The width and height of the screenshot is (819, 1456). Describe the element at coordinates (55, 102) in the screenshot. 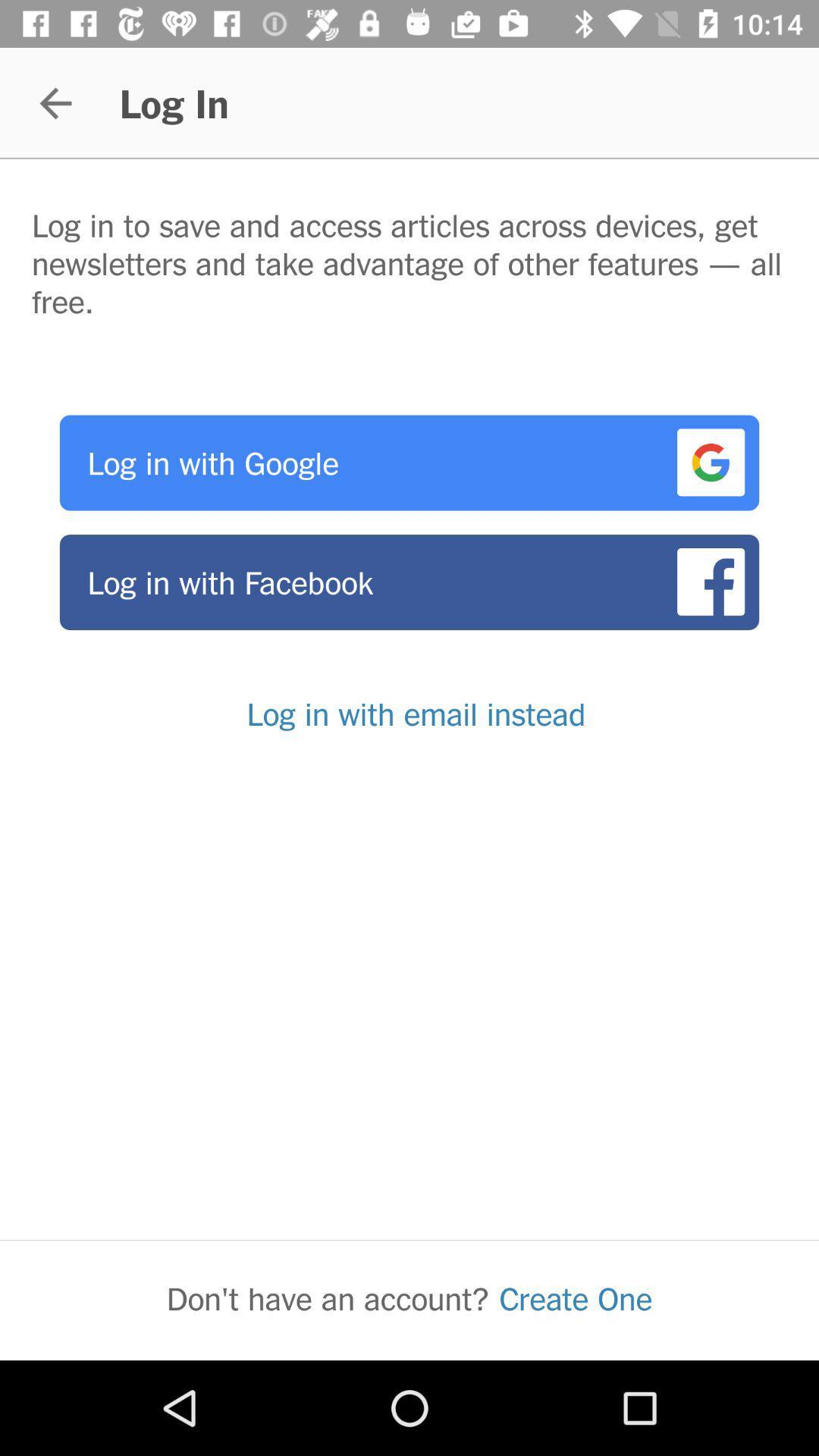

I see `the item next to the log in app` at that location.